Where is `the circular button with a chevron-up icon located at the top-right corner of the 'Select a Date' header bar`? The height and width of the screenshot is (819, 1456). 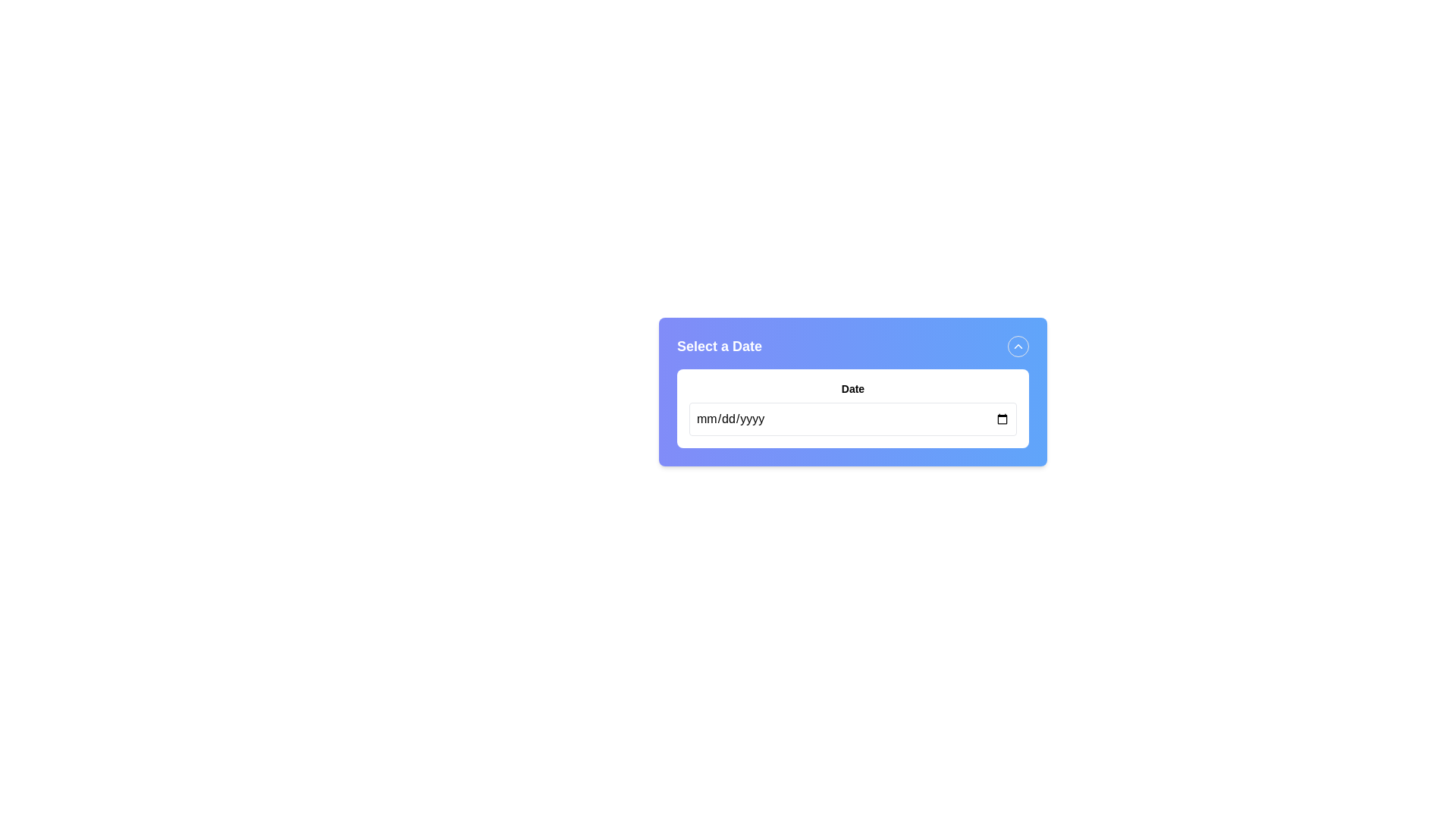
the circular button with a chevron-up icon located at the top-right corner of the 'Select a Date' header bar is located at coordinates (1018, 346).